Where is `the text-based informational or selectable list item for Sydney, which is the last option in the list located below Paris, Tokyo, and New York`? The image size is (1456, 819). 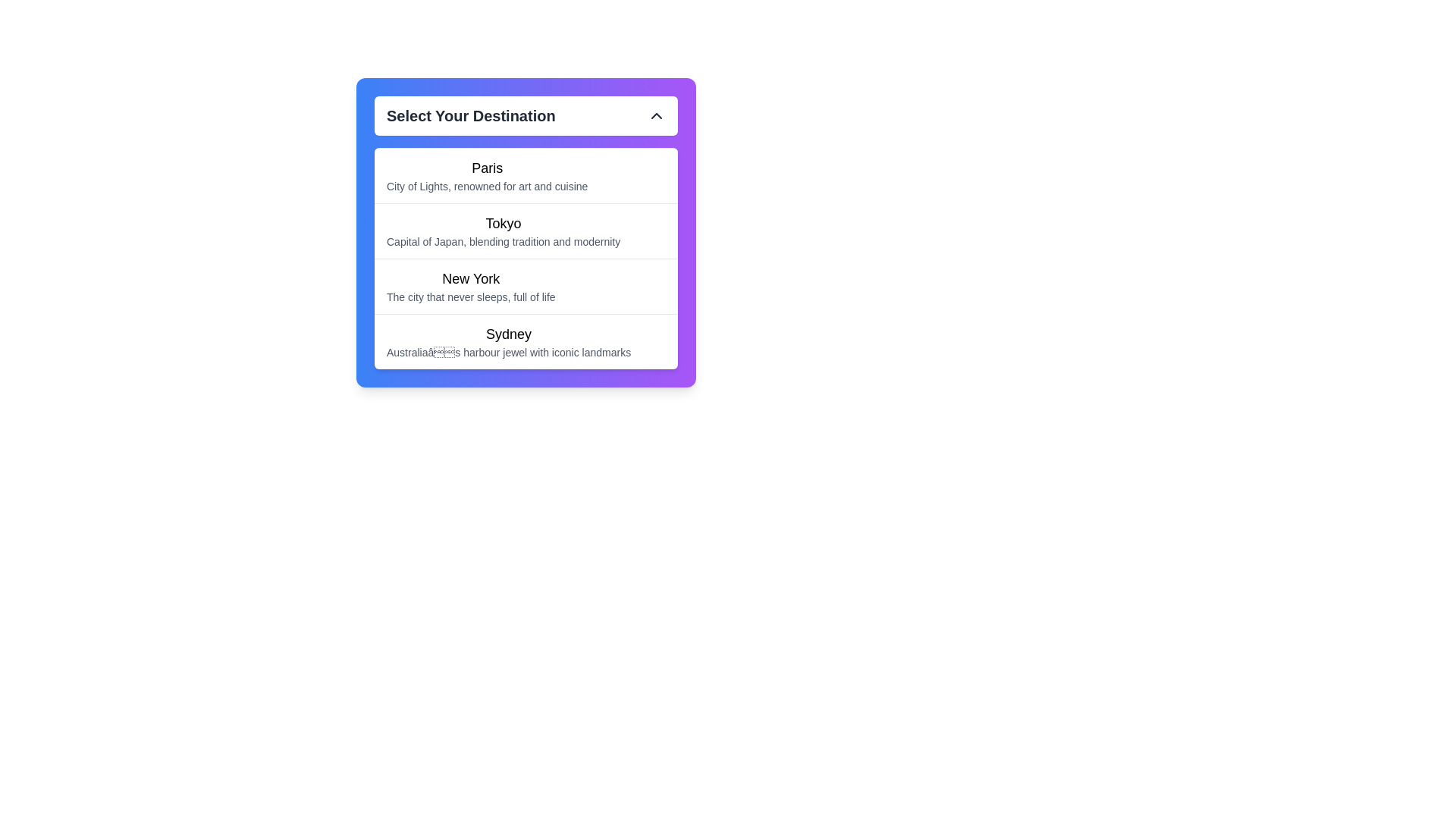 the text-based informational or selectable list item for Sydney, which is the last option in the list located below Paris, Tokyo, and New York is located at coordinates (509, 342).